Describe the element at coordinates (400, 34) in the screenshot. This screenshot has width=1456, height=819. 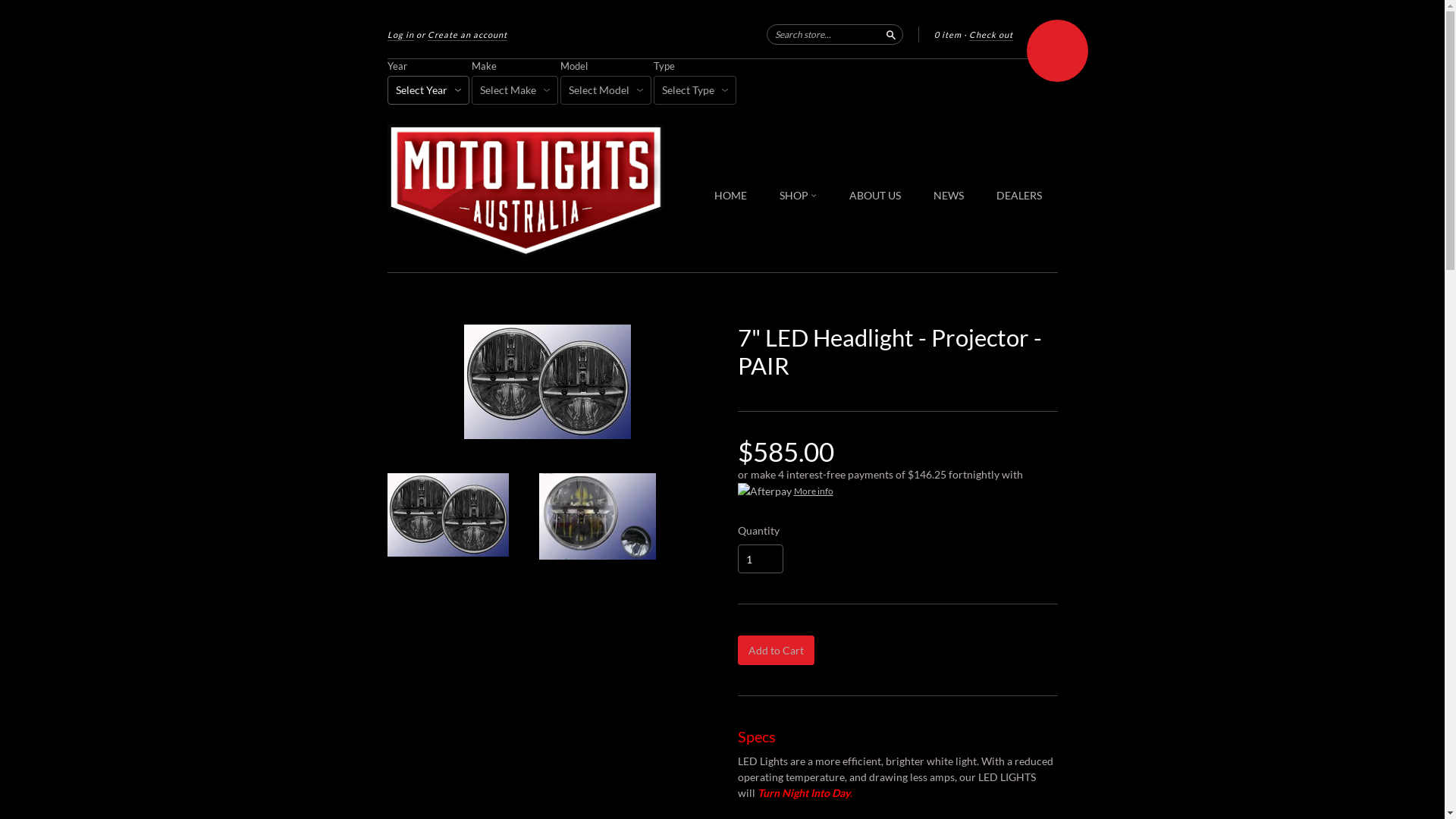
I see `'Log in'` at that location.